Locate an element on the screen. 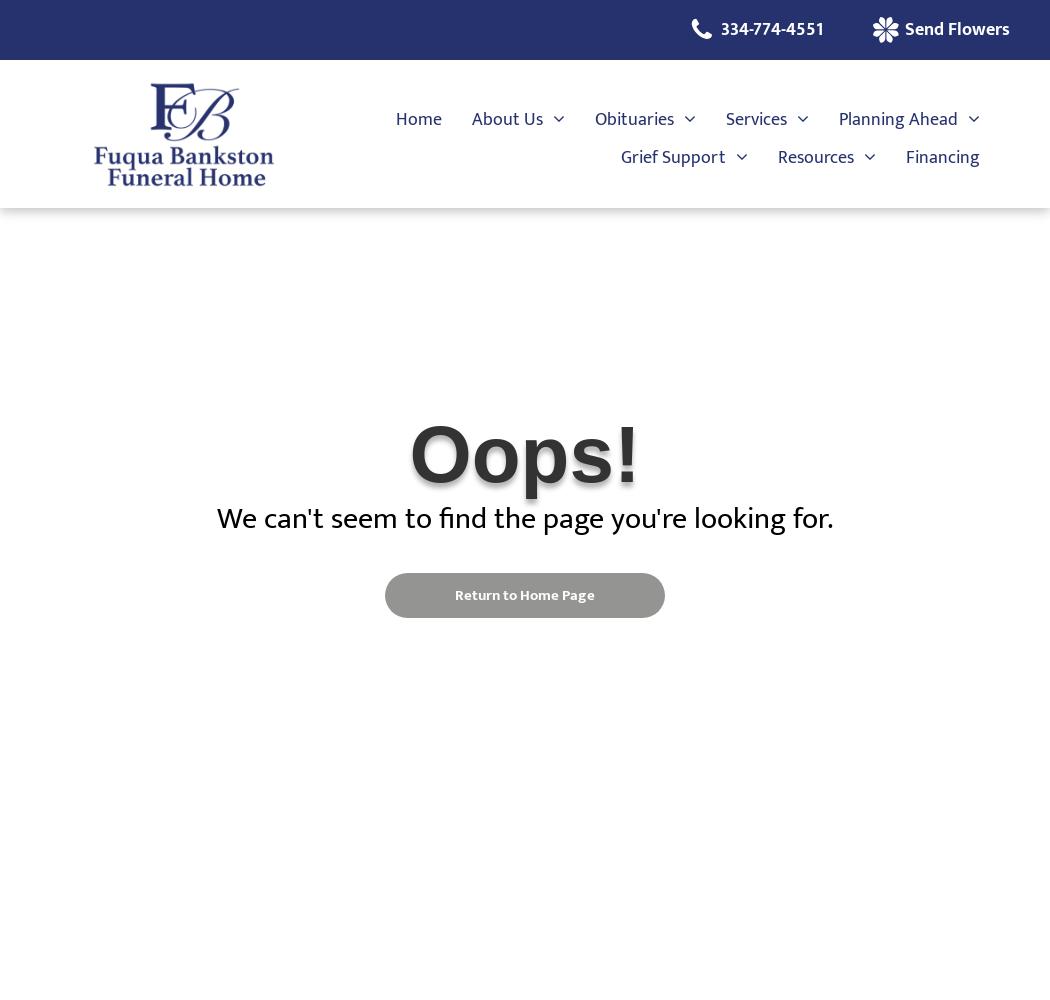 Image resolution: width=1050 pixels, height=1000 pixels. 'Grief Resources' is located at coordinates (689, 301).